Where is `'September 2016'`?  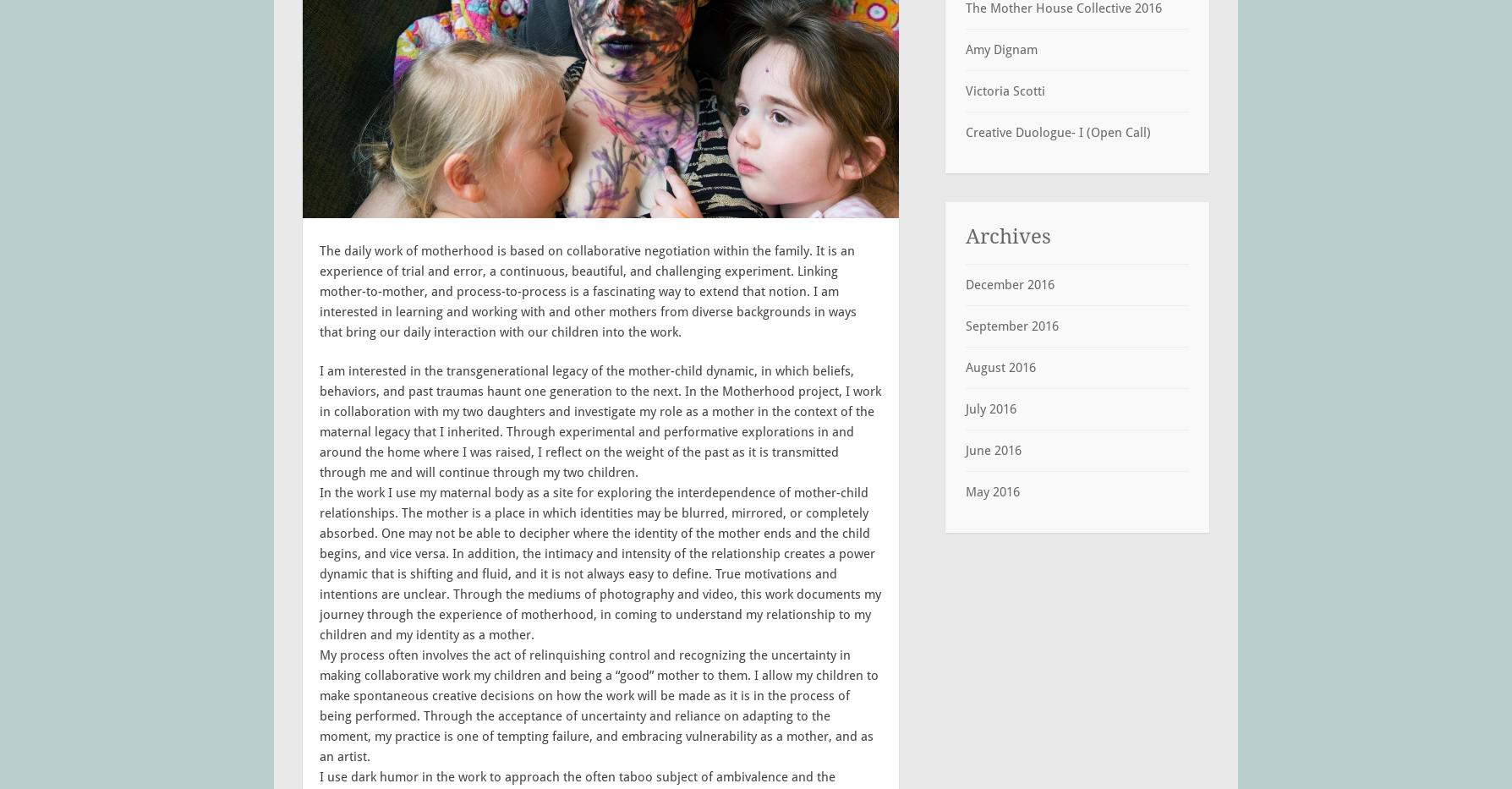
'September 2016' is located at coordinates (964, 325).